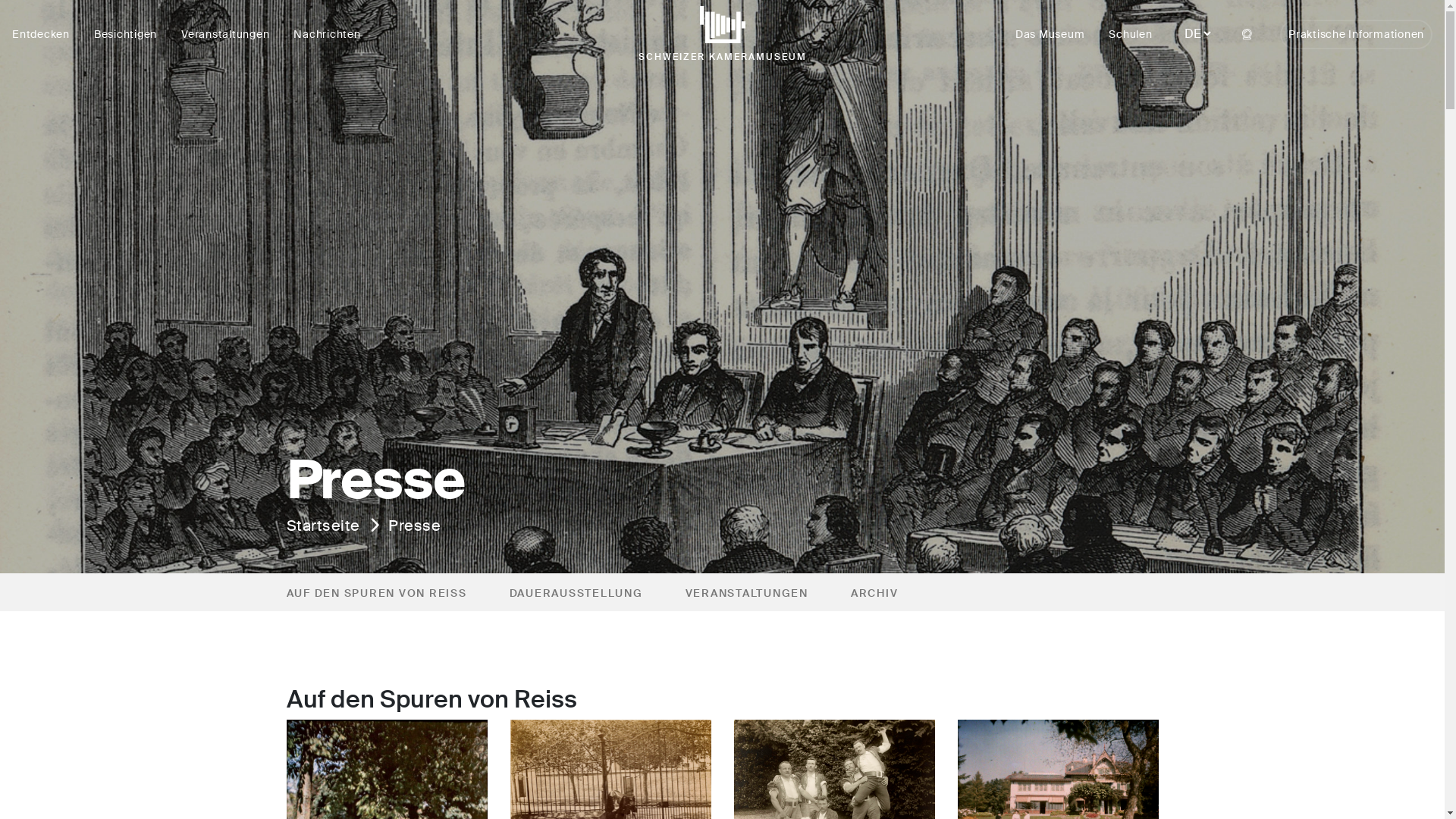  What do you see at coordinates (721, 36) in the screenshot?
I see `'SCHWEIZER KAMERAMUSEUM'` at bounding box center [721, 36].